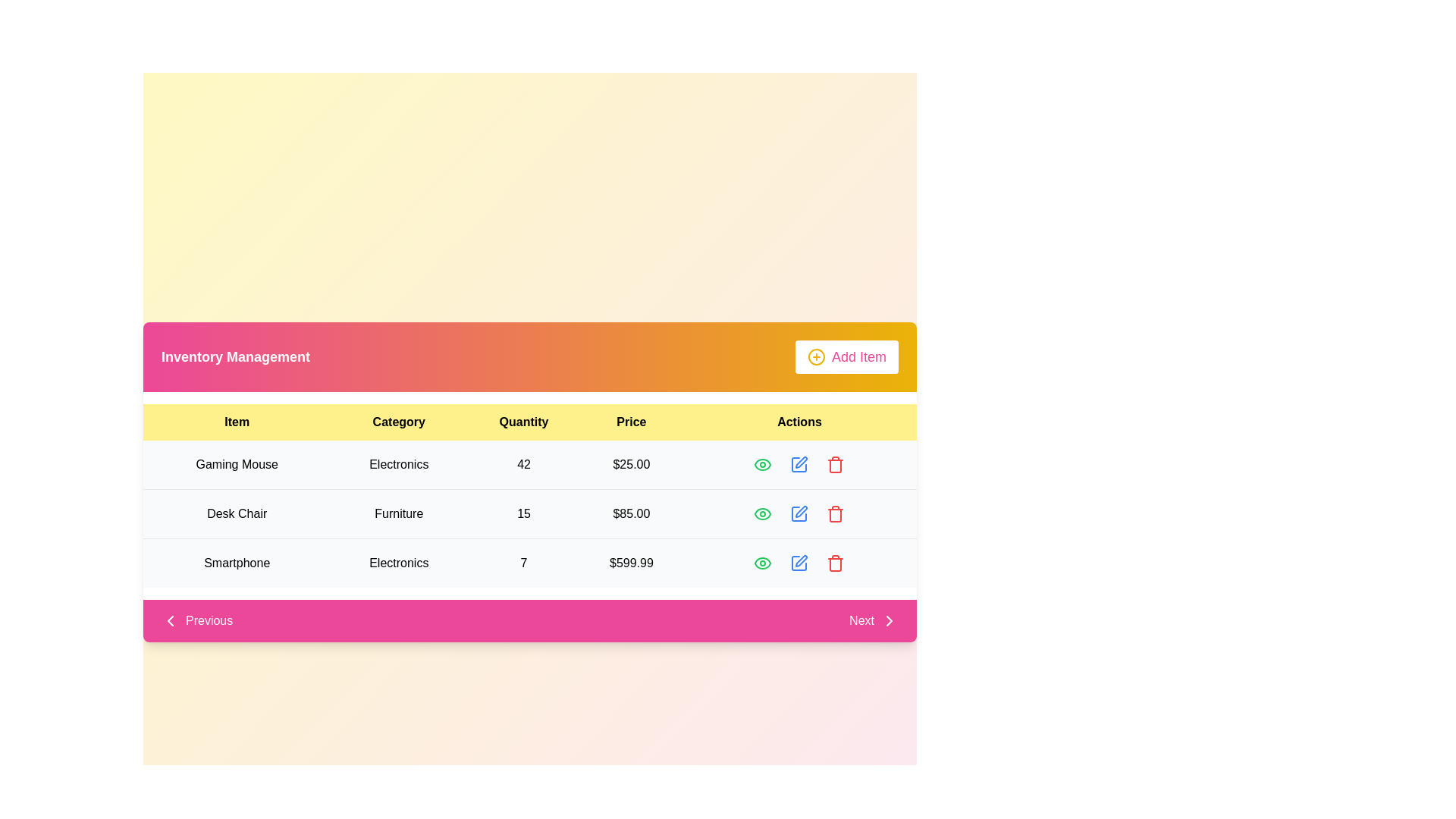  Describe the element at coordinates (763, 513) in the screenshot. I see `the first interactive icon in the 'Actions' column of the inventory table for the 'Desk Chair' entry` at that location.